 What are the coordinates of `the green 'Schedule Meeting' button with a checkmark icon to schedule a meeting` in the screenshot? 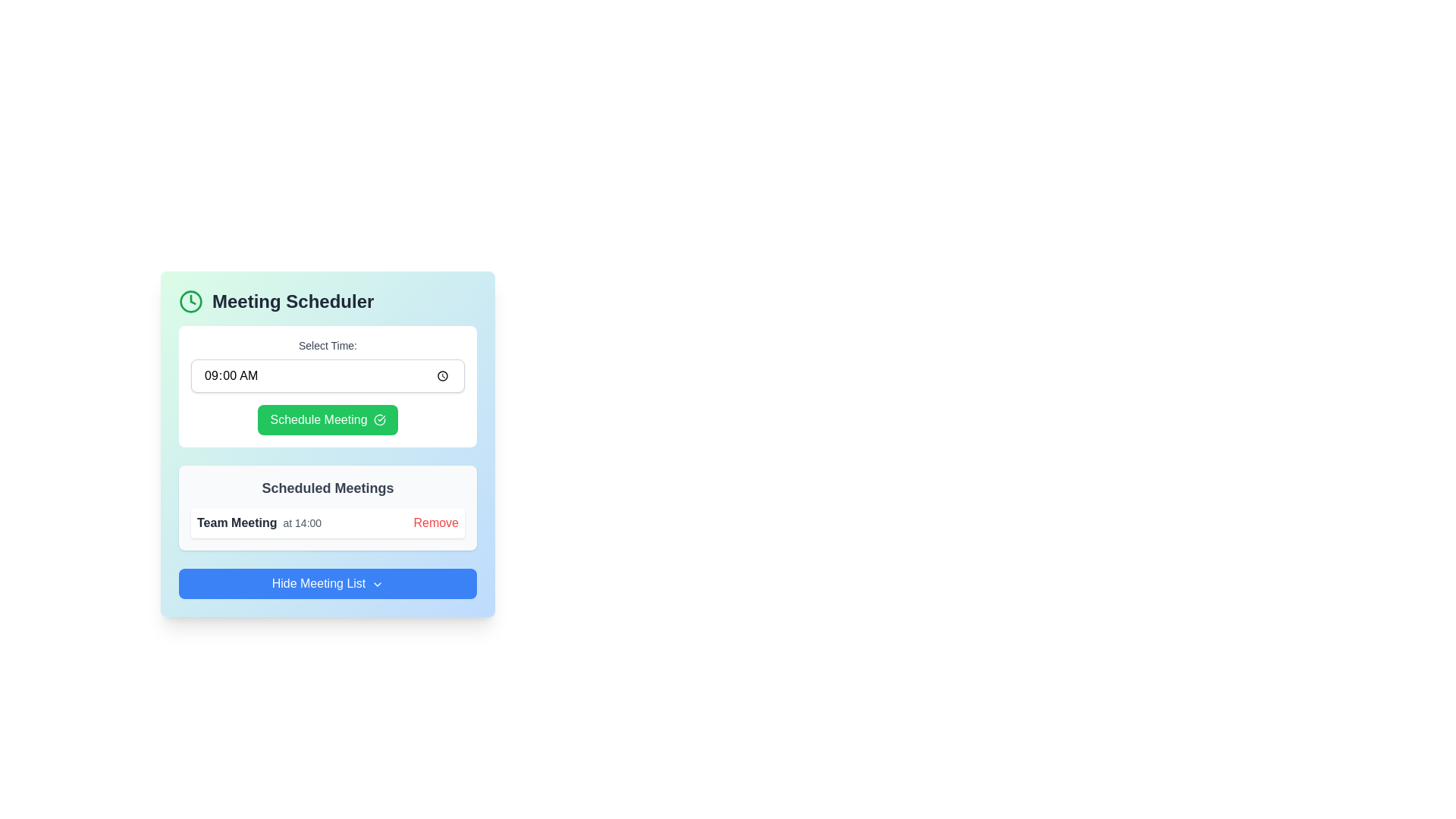 It's located at (327, 420).